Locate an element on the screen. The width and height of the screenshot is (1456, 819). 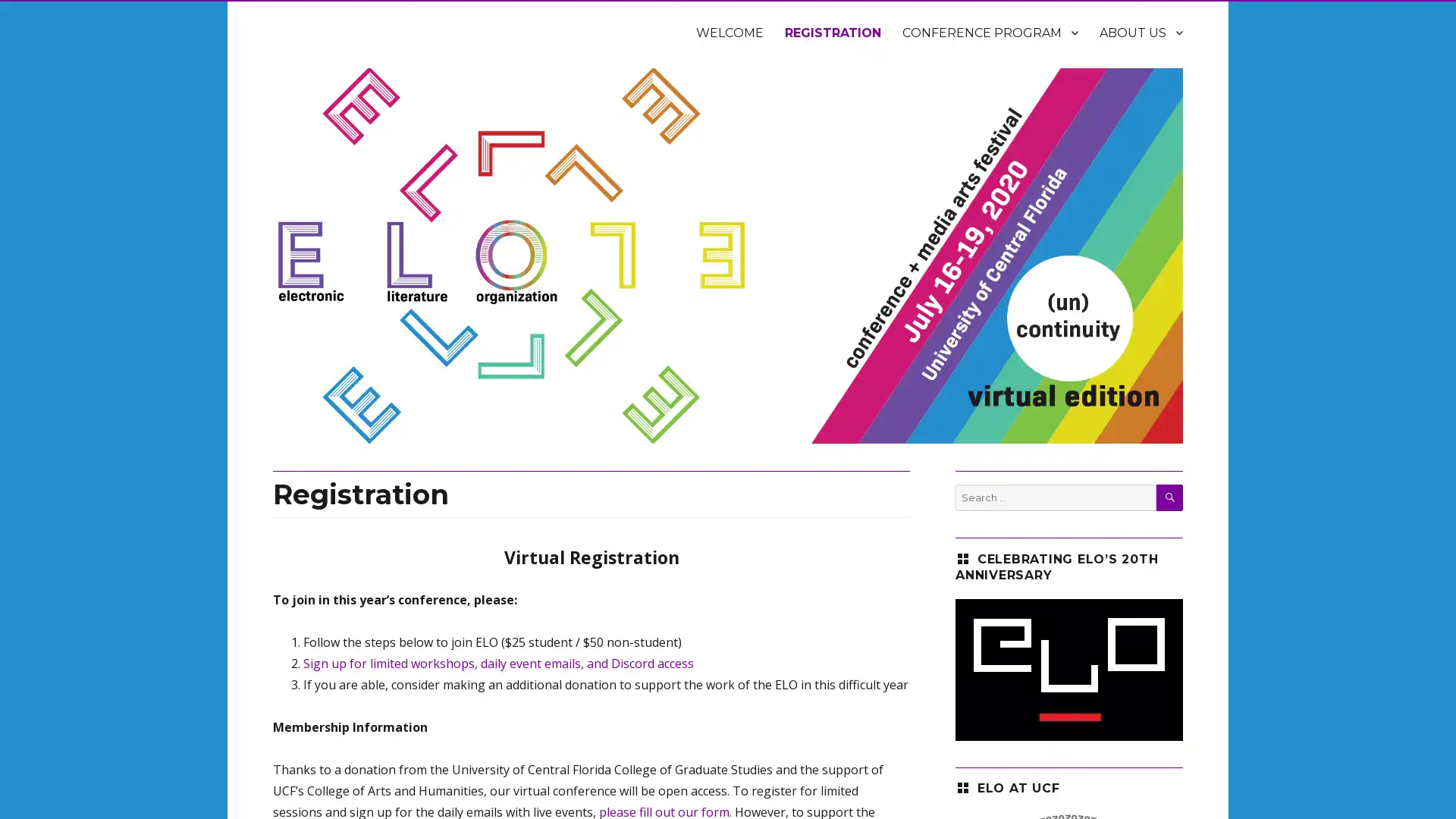
SEARCH is located at coordinates (1169, 497).